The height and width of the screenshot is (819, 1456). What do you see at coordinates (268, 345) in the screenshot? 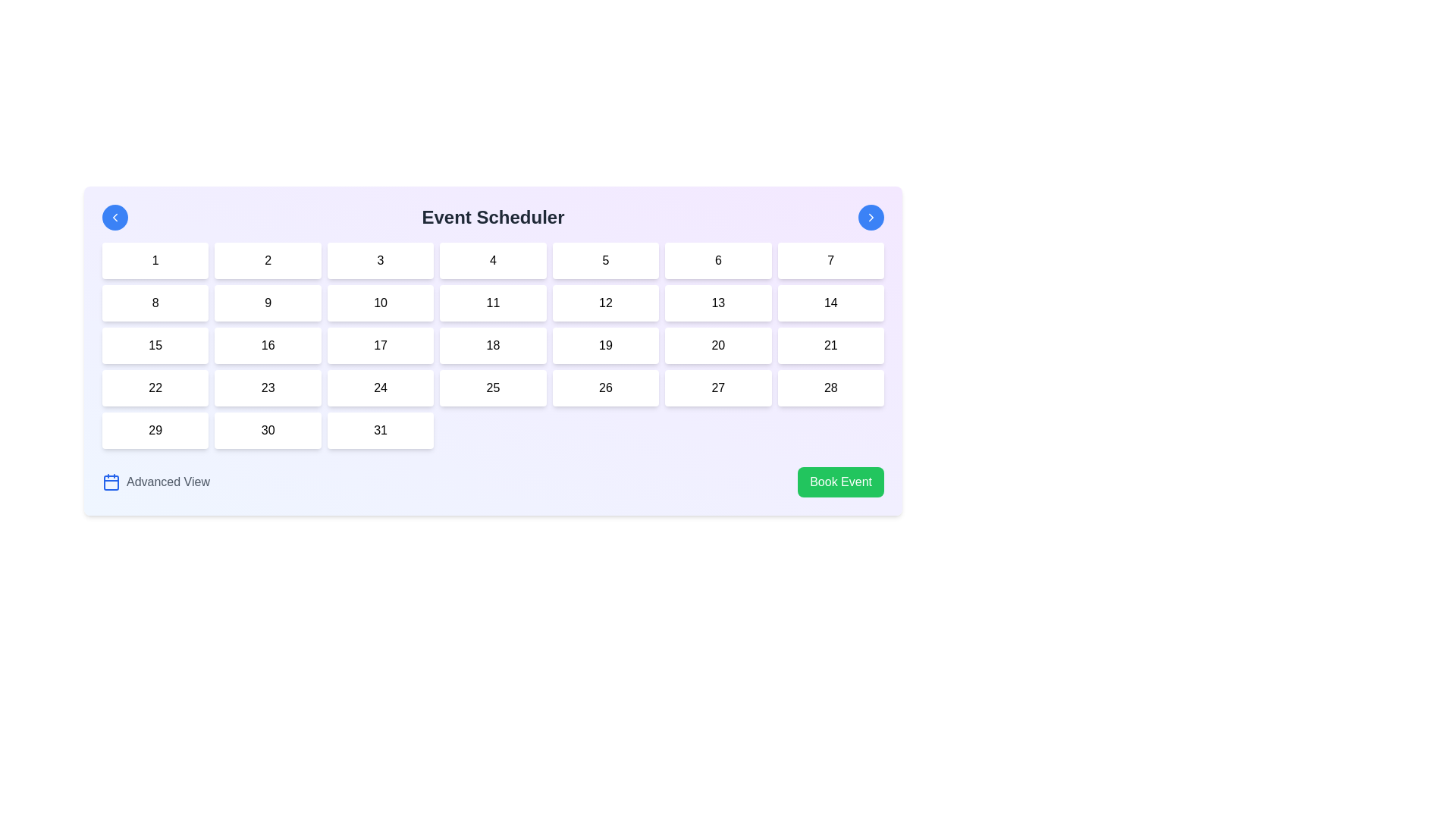
I see `the sixteenth selectable option in the calendar grid` at bounding box center [268, 345].